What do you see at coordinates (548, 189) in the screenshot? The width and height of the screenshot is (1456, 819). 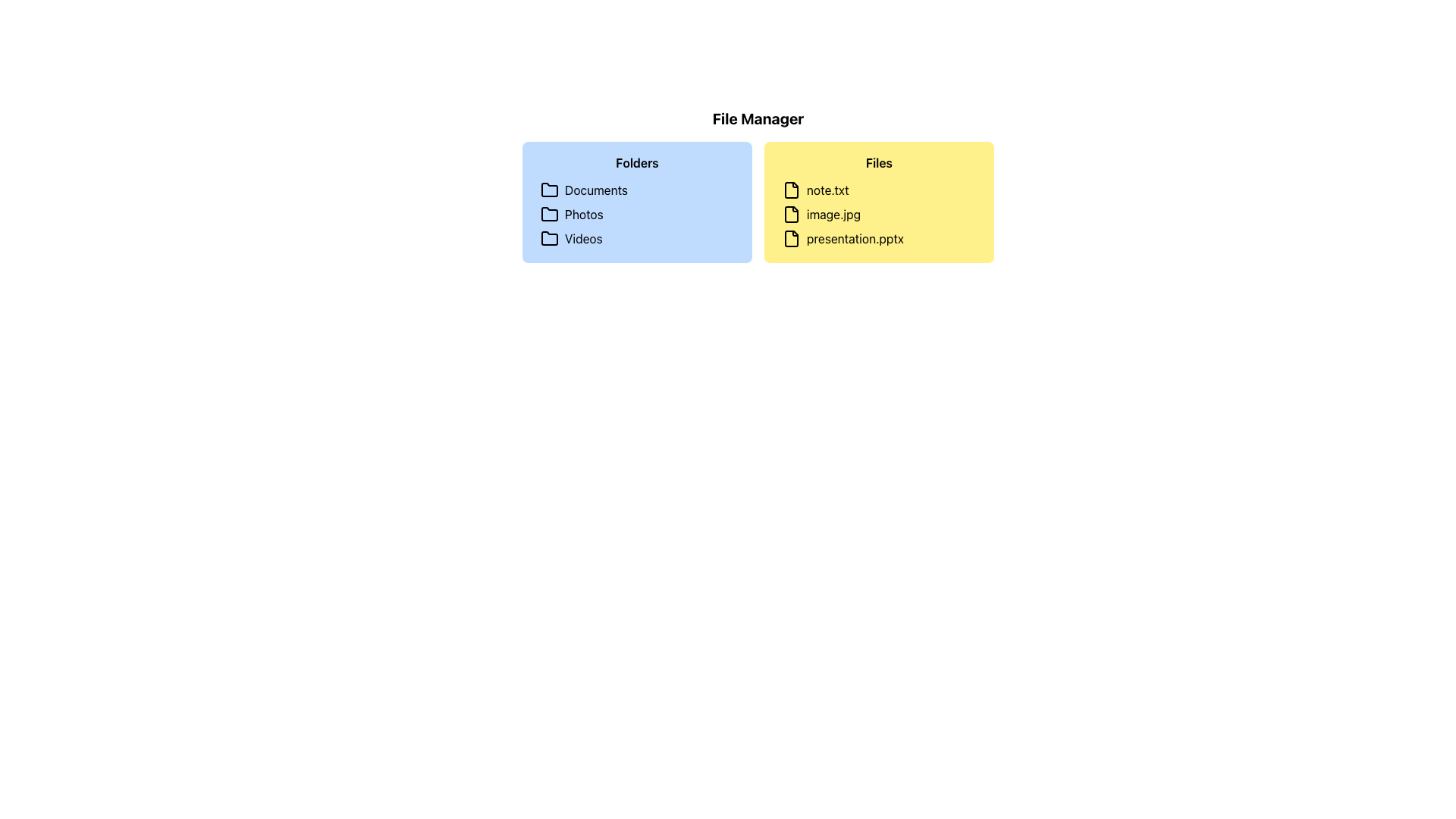 I see `the small folder icon styled as a line drawing, which is located in the blue 'Folders' section of the file manager interface, positioned to the left of the 'Documents' label` at bounding box center [548, 189].